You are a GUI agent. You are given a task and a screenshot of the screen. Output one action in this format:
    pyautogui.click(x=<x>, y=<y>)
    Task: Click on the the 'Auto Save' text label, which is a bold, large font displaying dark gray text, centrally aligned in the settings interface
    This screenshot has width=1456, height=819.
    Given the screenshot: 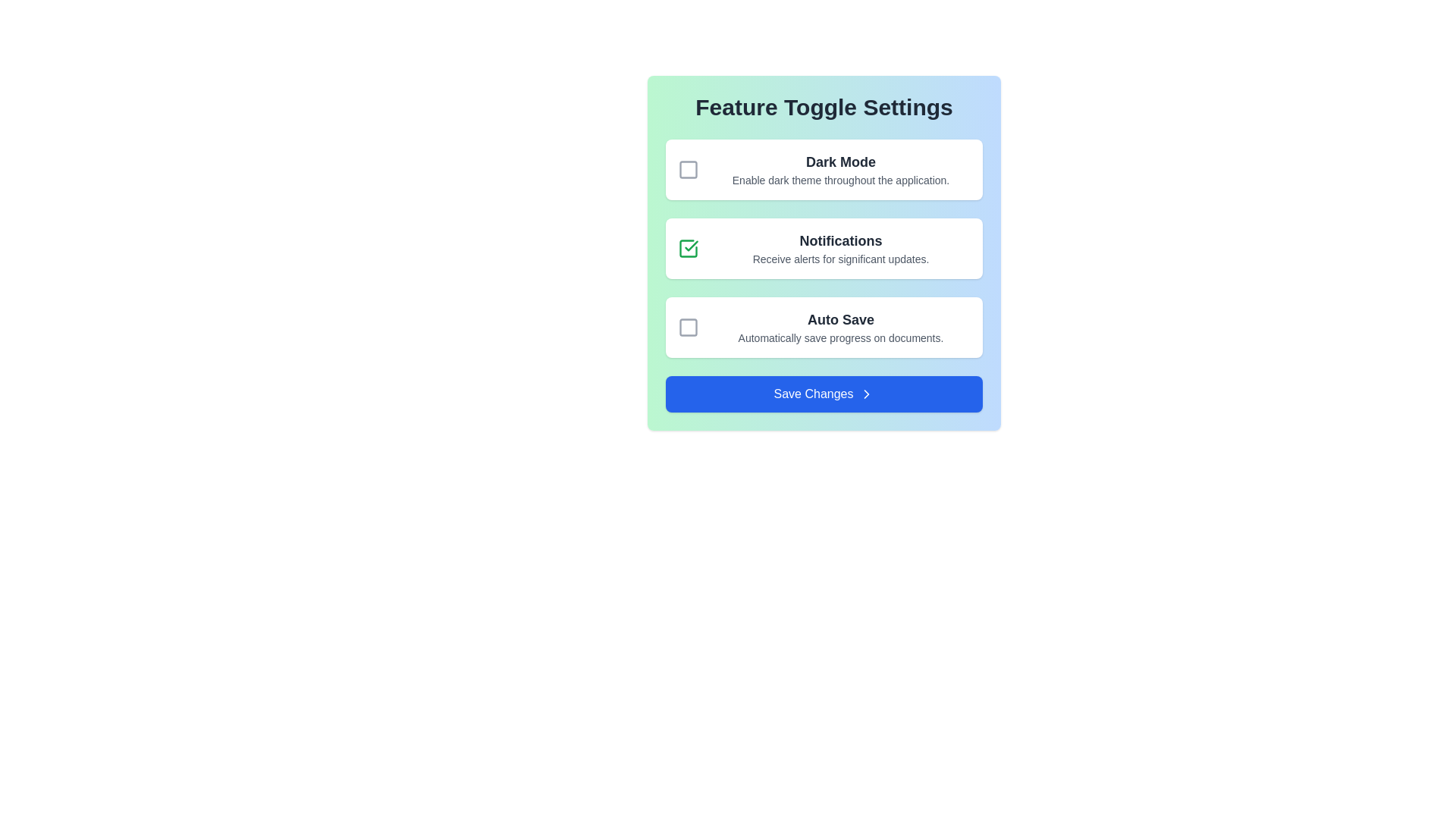 What is the action you would take?
    pyautogui.click(x=839, y=318)
    